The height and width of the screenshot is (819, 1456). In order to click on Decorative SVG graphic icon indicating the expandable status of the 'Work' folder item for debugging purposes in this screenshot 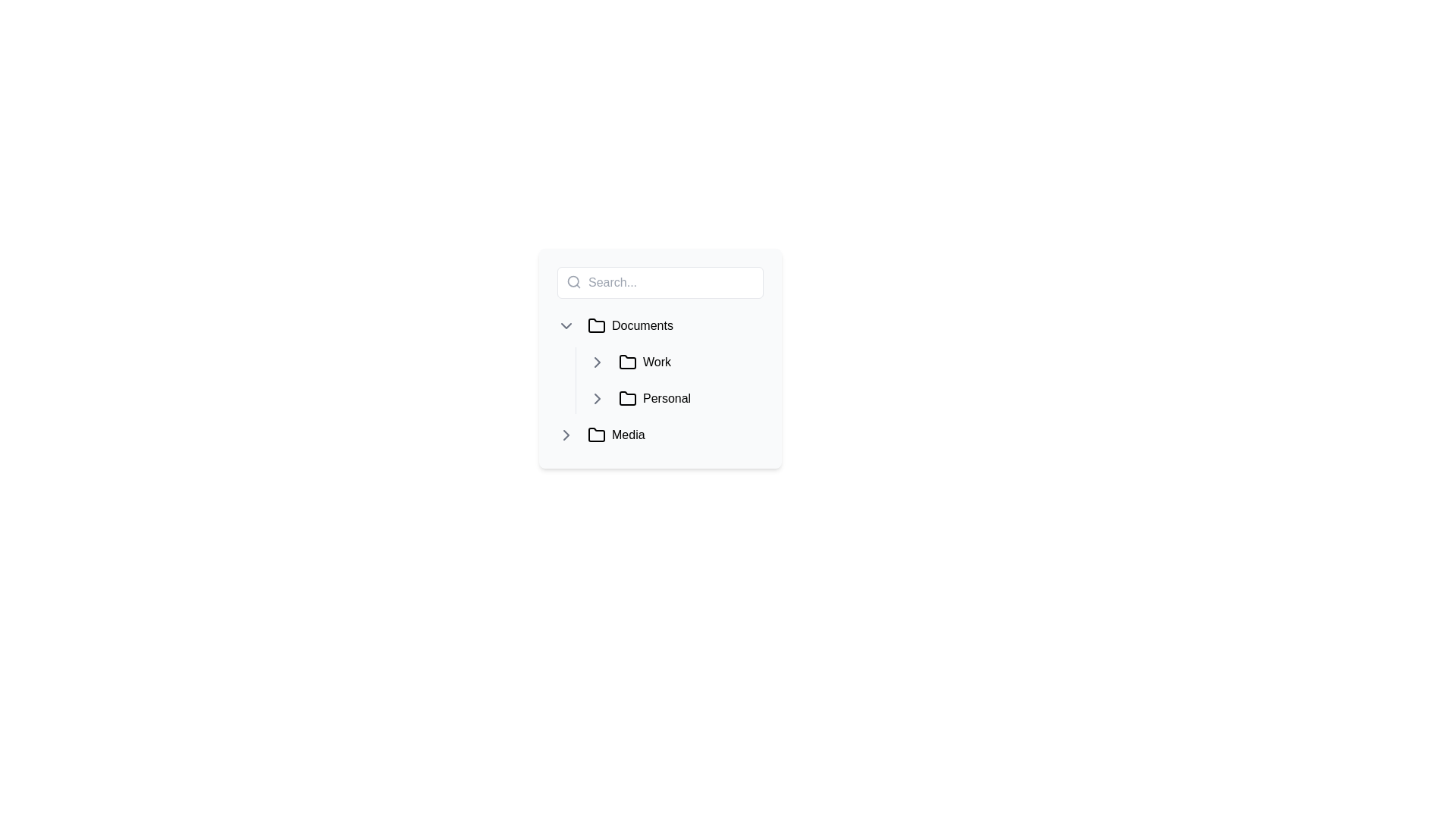, I will do `click(596, 362)`.